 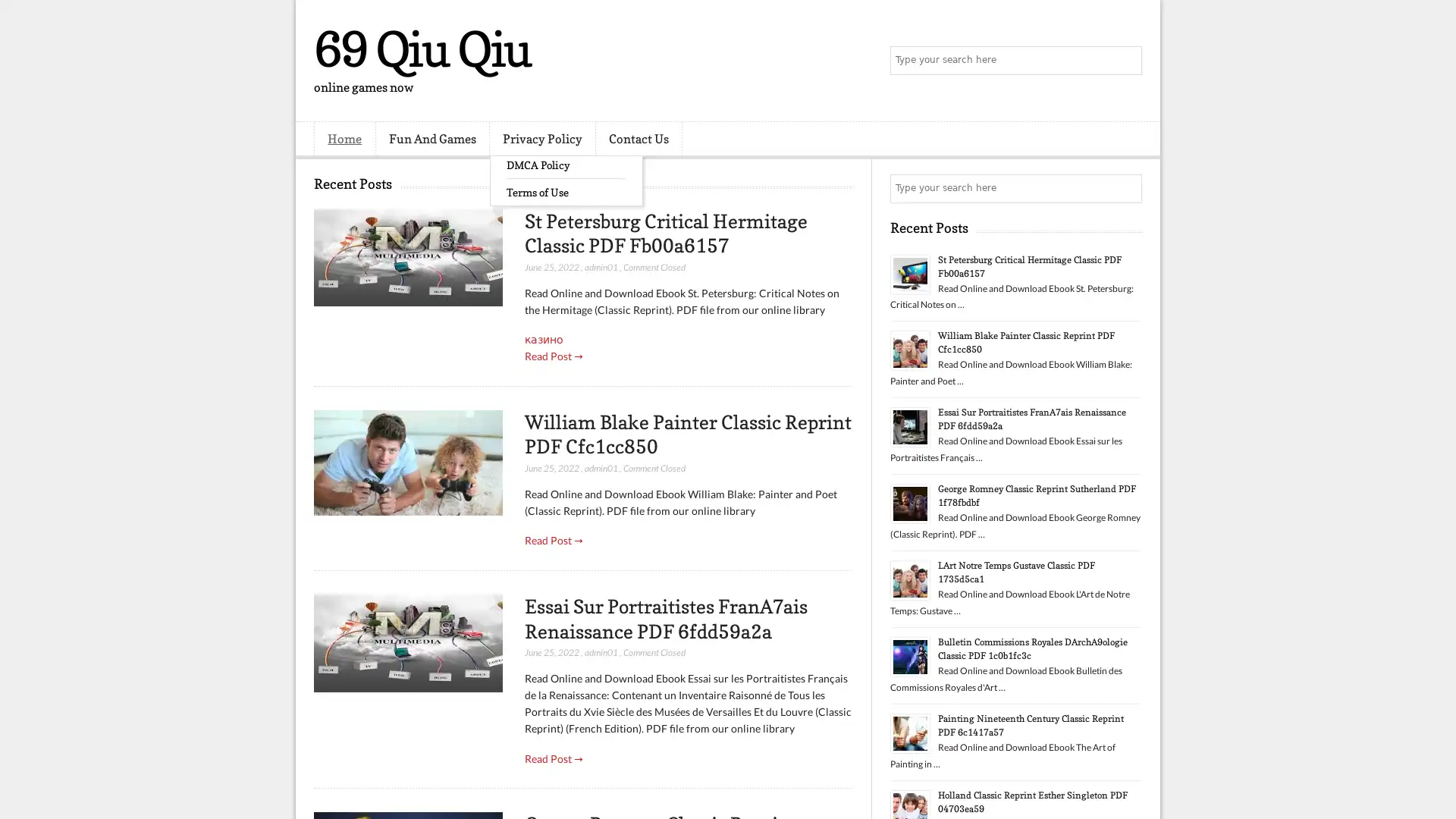 I want to click on Search, so click(x=1126, y=61).